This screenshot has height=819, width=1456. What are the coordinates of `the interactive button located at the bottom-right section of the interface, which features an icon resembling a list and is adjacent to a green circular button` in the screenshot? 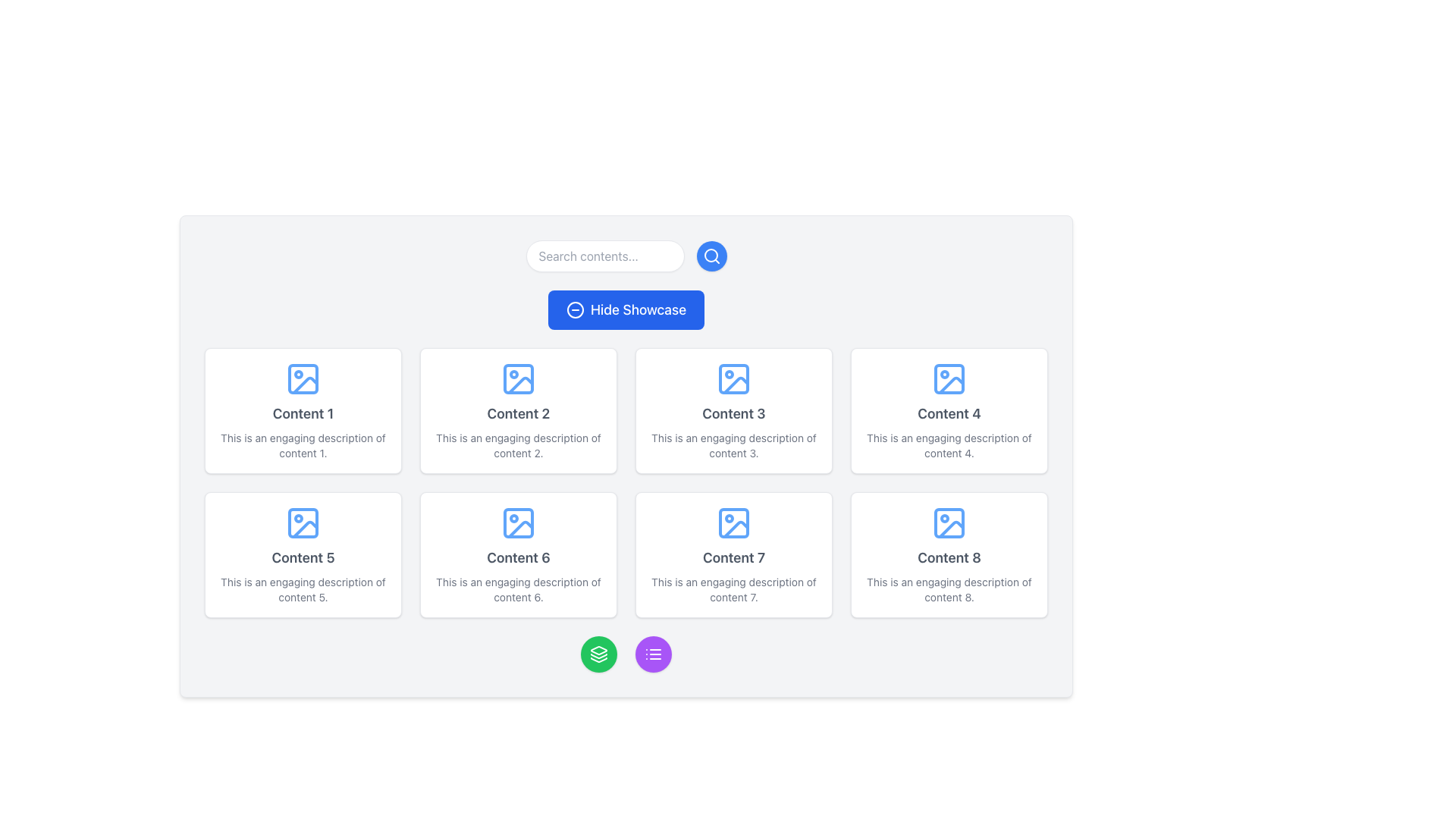 It's located at (654, 654).